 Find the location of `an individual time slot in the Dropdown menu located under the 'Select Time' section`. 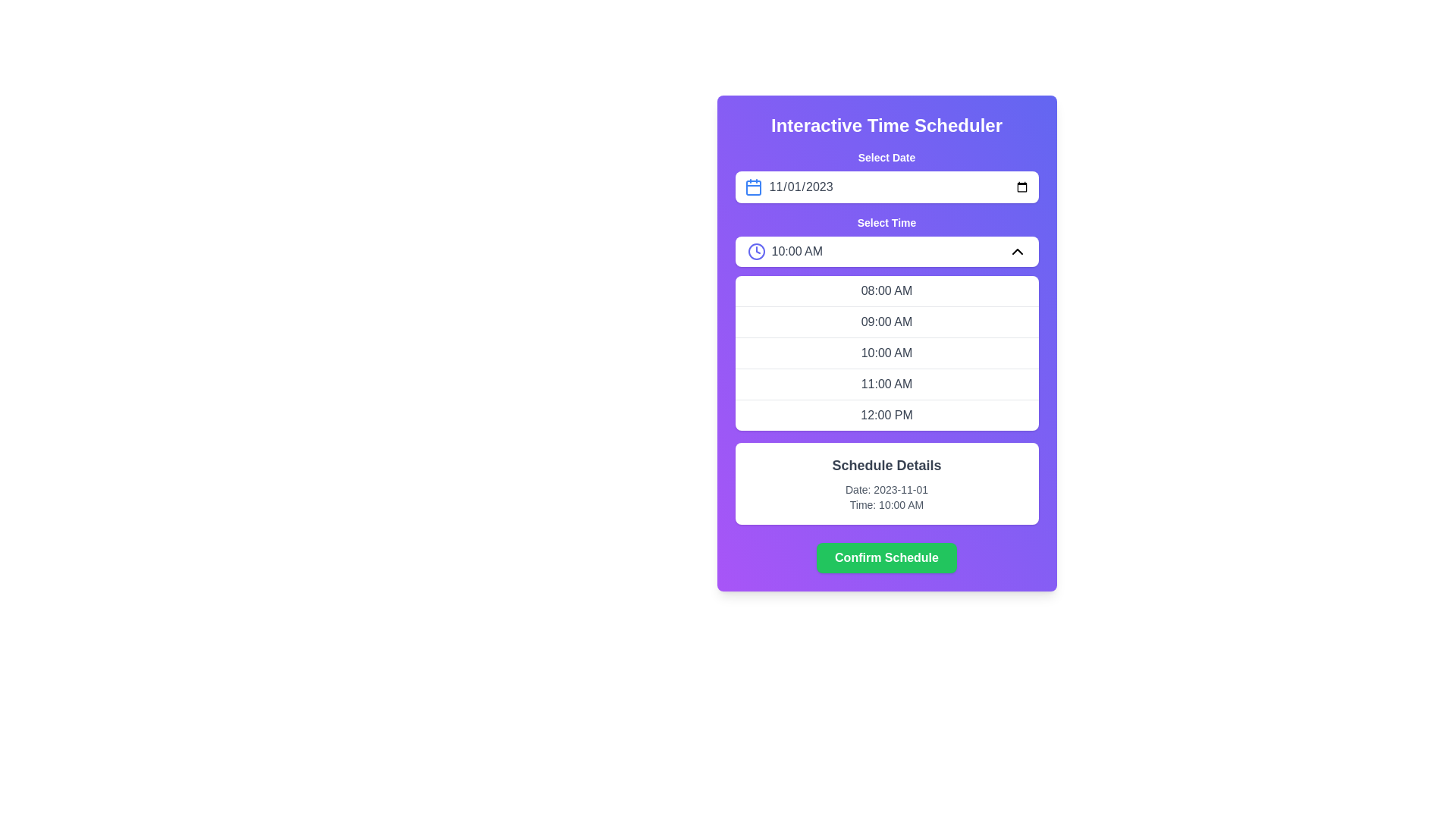

an individual time slot in the Dropdown menu located under the 'Select Time' section is located at coordinates (886, 322).